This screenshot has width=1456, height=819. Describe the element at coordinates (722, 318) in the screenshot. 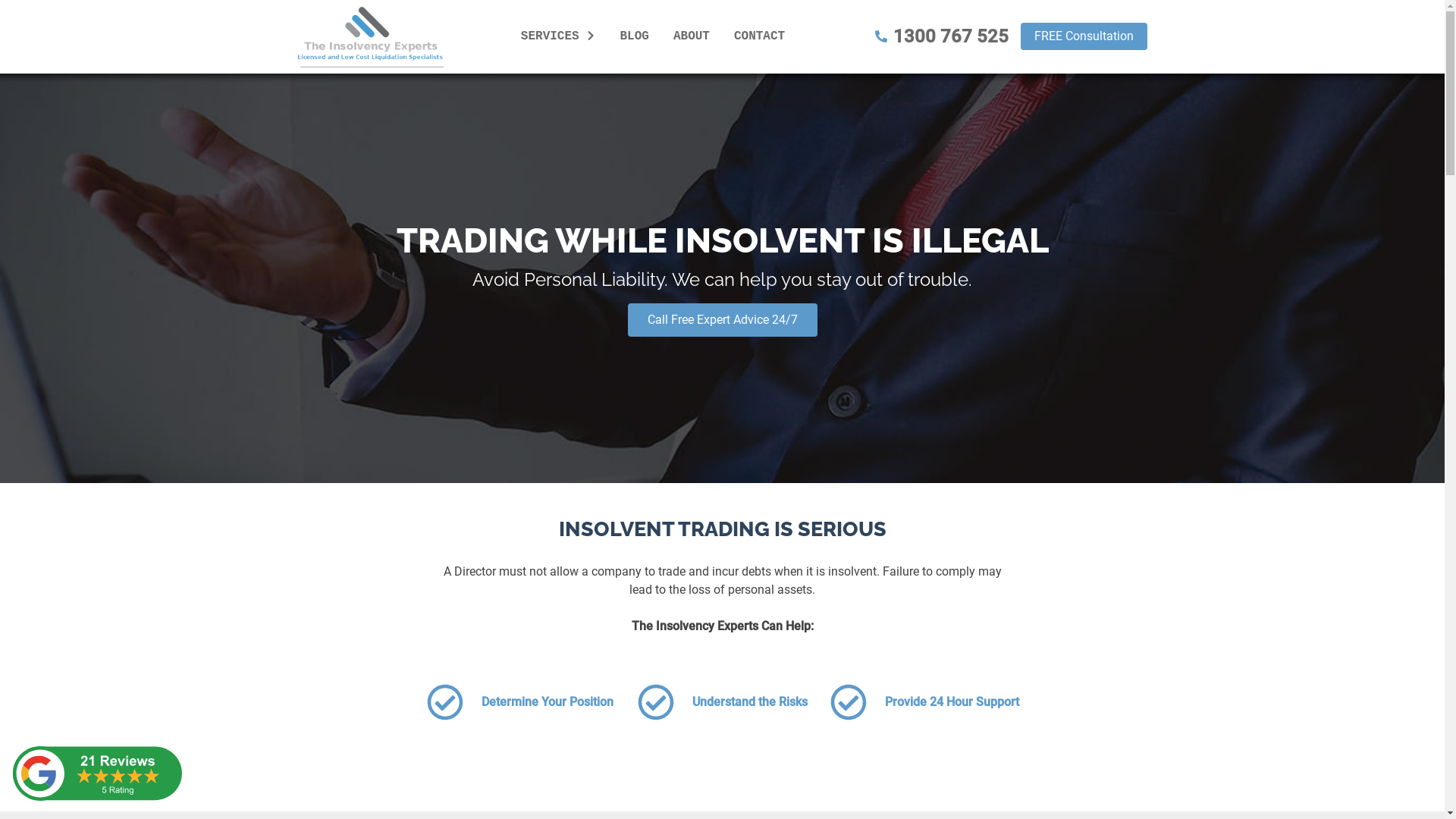

I see `'Call Free Expert Advice 24/7'` at that location.